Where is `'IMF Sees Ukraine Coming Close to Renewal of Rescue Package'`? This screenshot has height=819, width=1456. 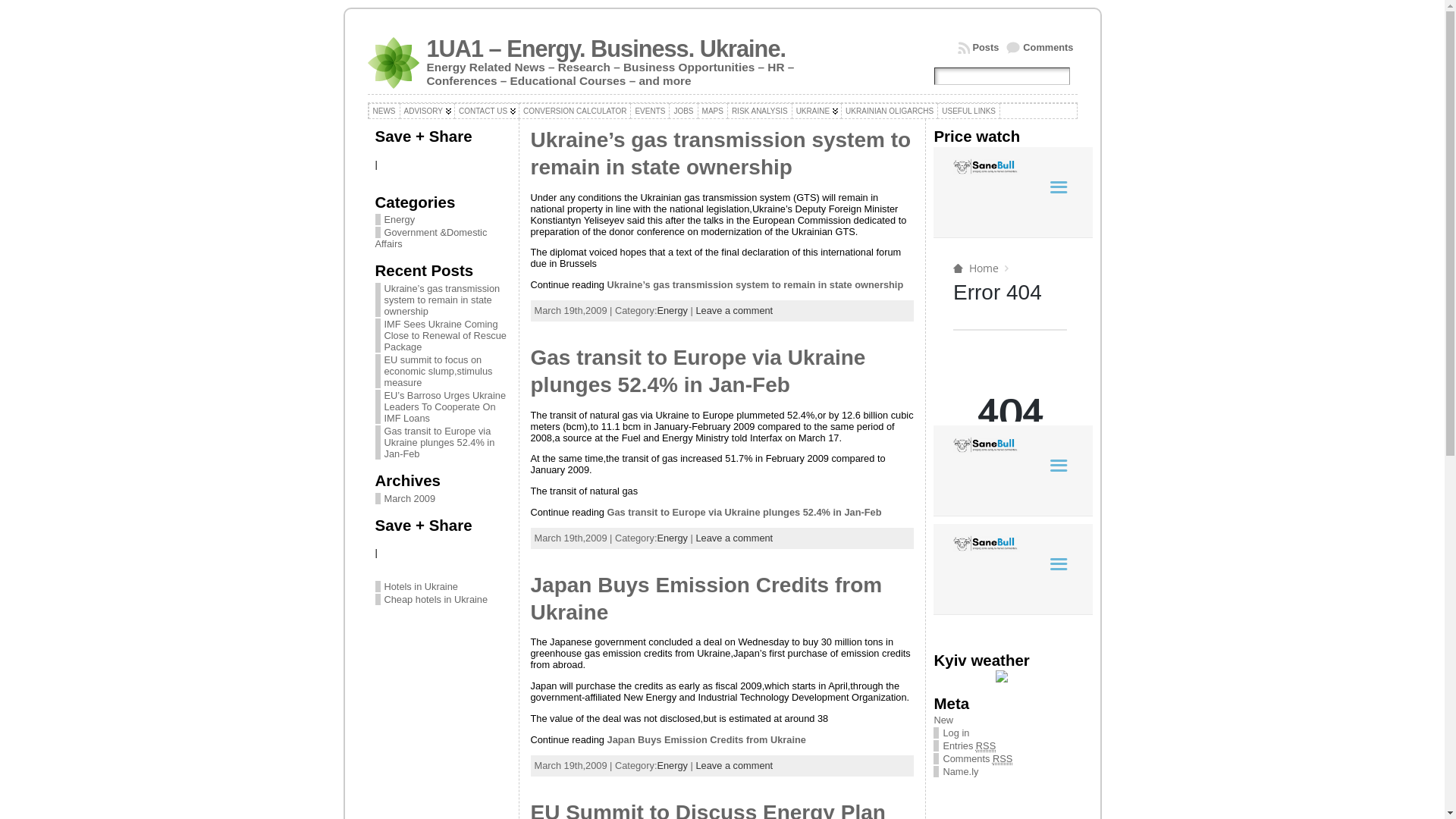 'IMF Sees Ukraine Coming Close to Renewal of Rescue Package' is located at coordinates (383, 334).